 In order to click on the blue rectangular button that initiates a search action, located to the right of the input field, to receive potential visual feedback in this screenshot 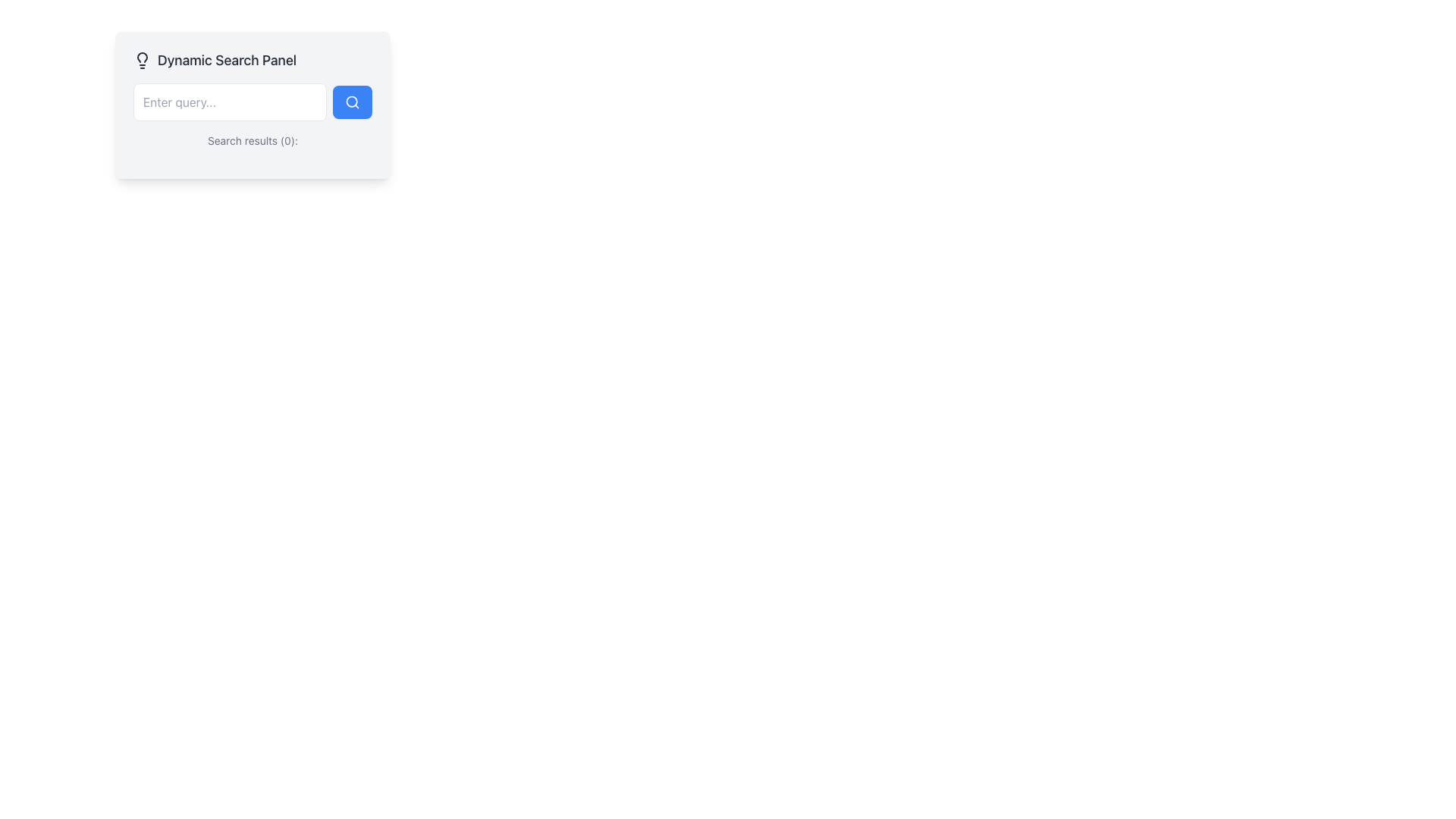, I will do `click(352, 102)`.